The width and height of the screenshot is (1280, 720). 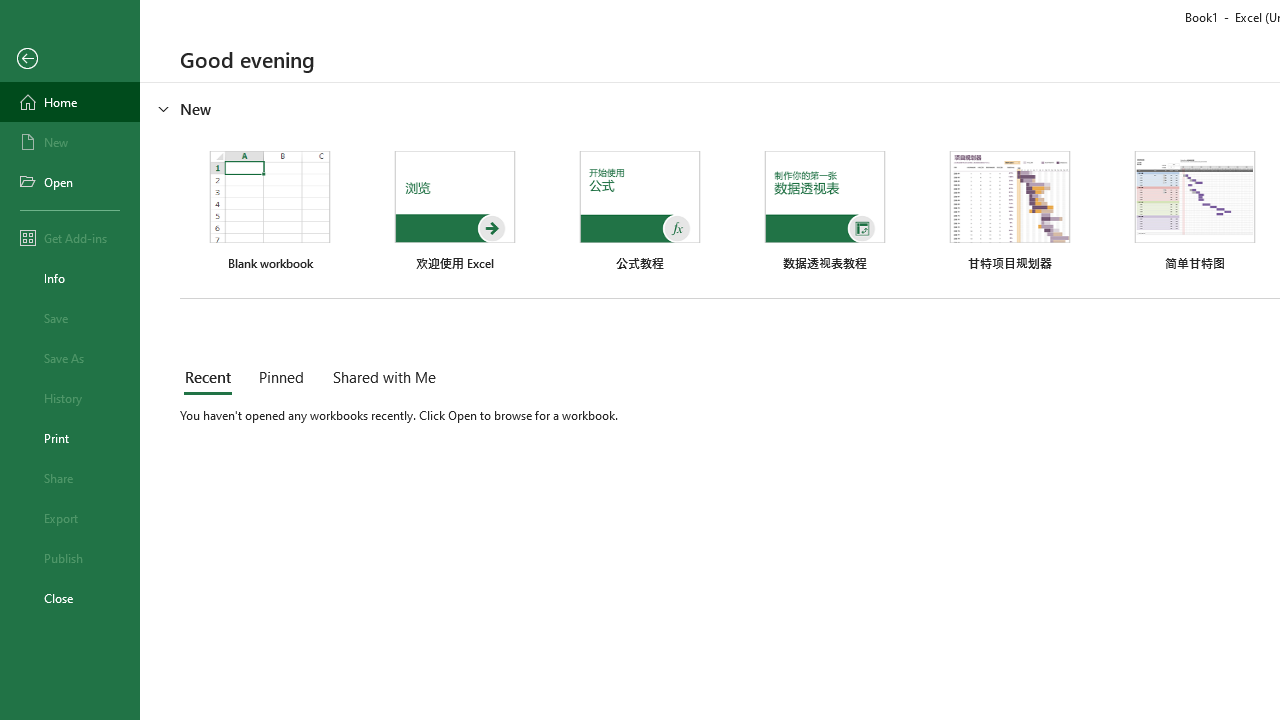 What do you see at coordinates (69, 517) in the screenshot?
I see `'Export'` at bounding box center [69, 517].